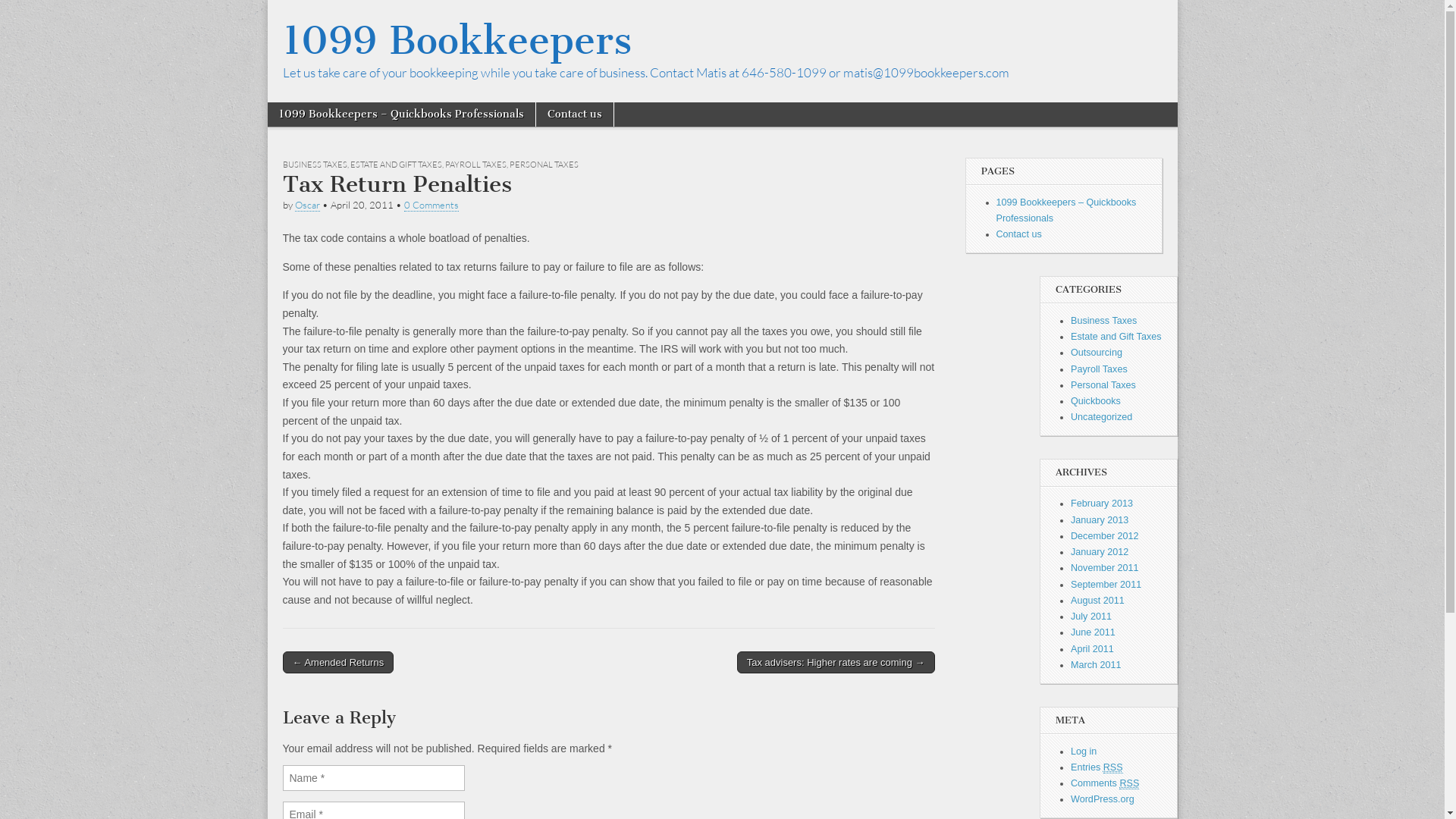 The height and width of the screenshot is (819, 1456). What do you see at coordinates (1069, 664) in the screenshot?
I see `'March 2011'` at bounding box center [1069, 664].